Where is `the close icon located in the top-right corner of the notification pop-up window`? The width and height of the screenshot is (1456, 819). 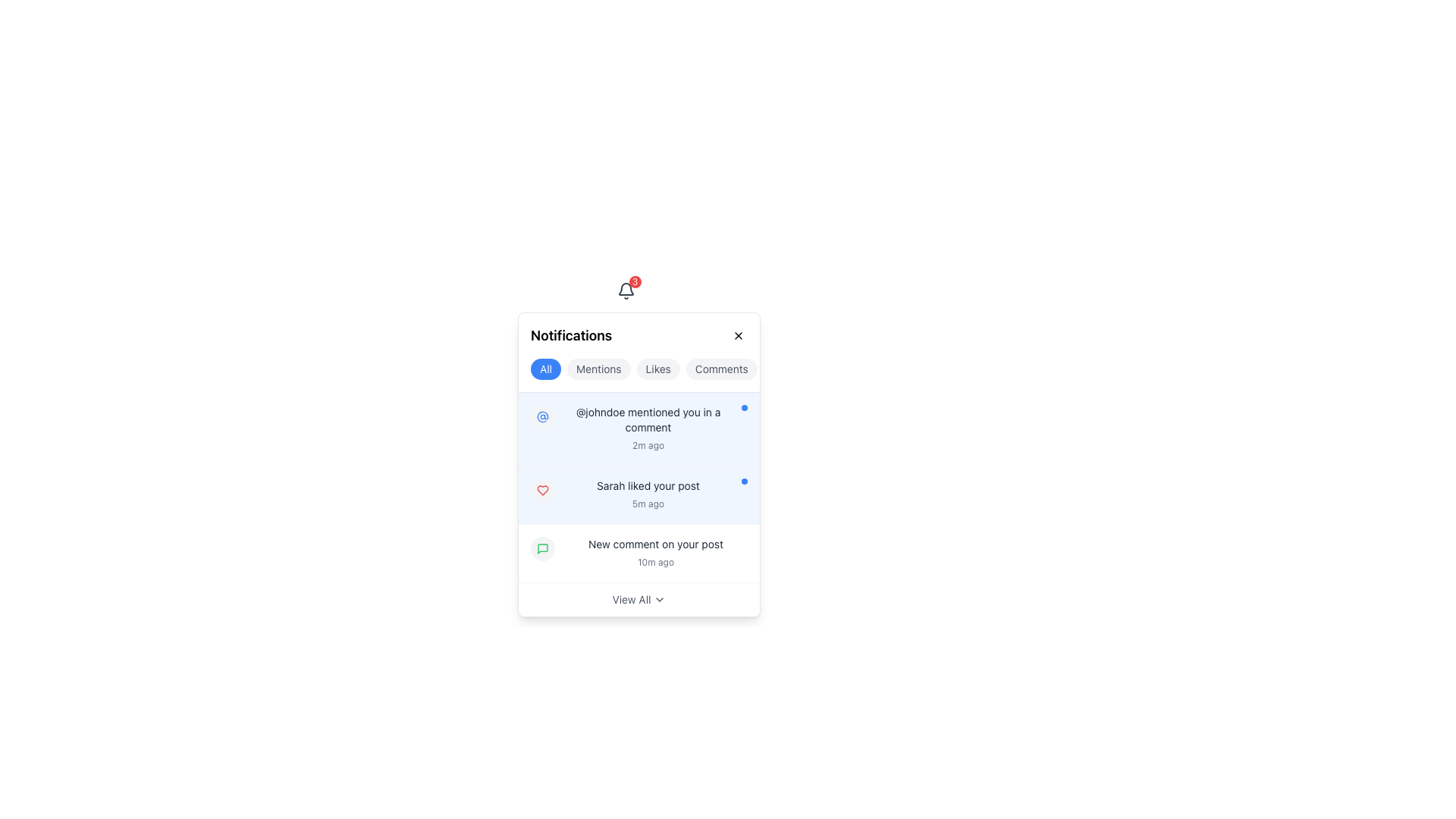 the close icon located in the top-right corner of the notification pop-up window is located at coordinates (739, 335).